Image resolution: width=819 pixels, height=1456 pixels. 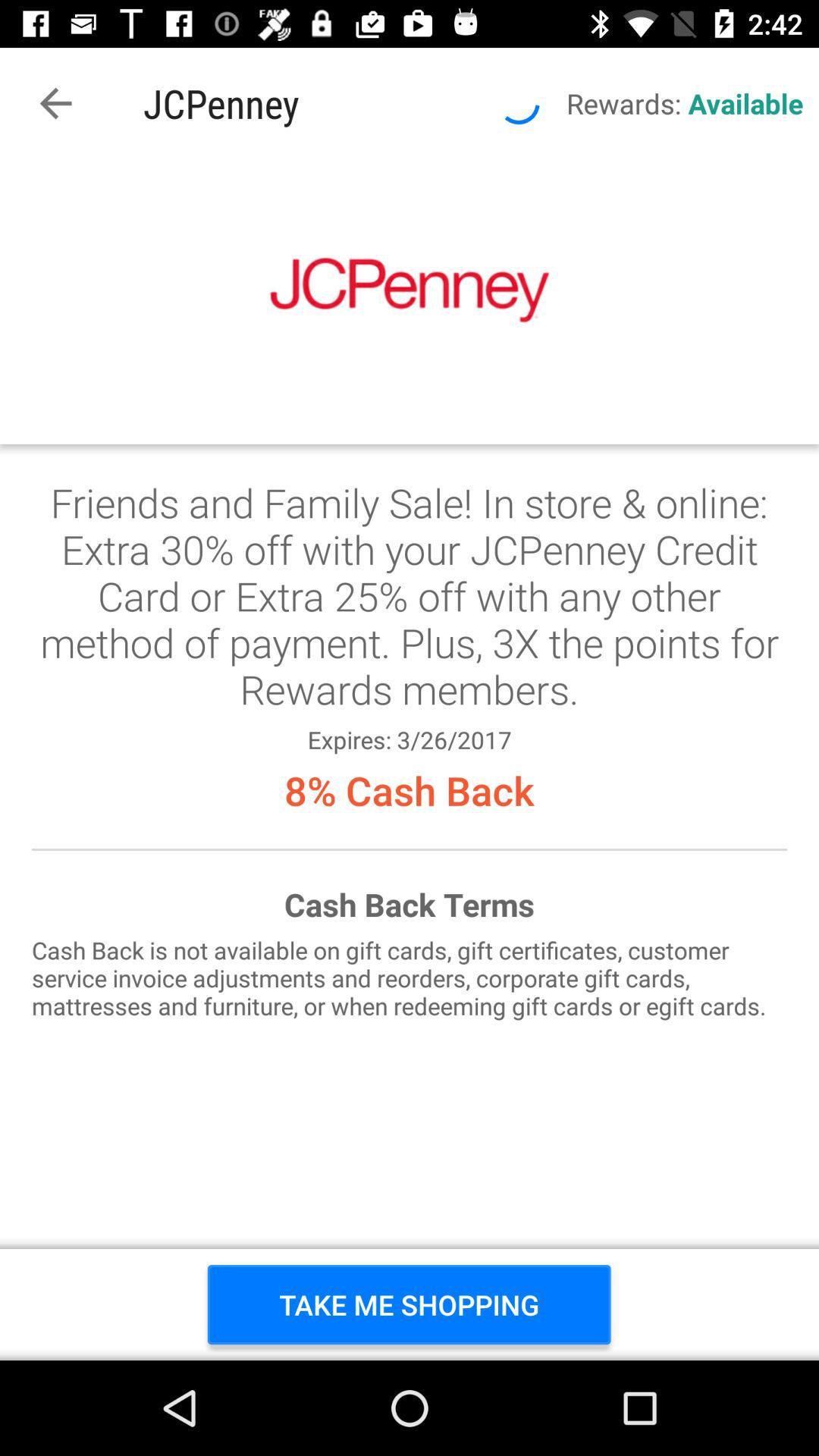 What do you see at coordinates (408, 1304) in the screenshot?
I see `take me shopping item` at bounding box center [408, 1304].